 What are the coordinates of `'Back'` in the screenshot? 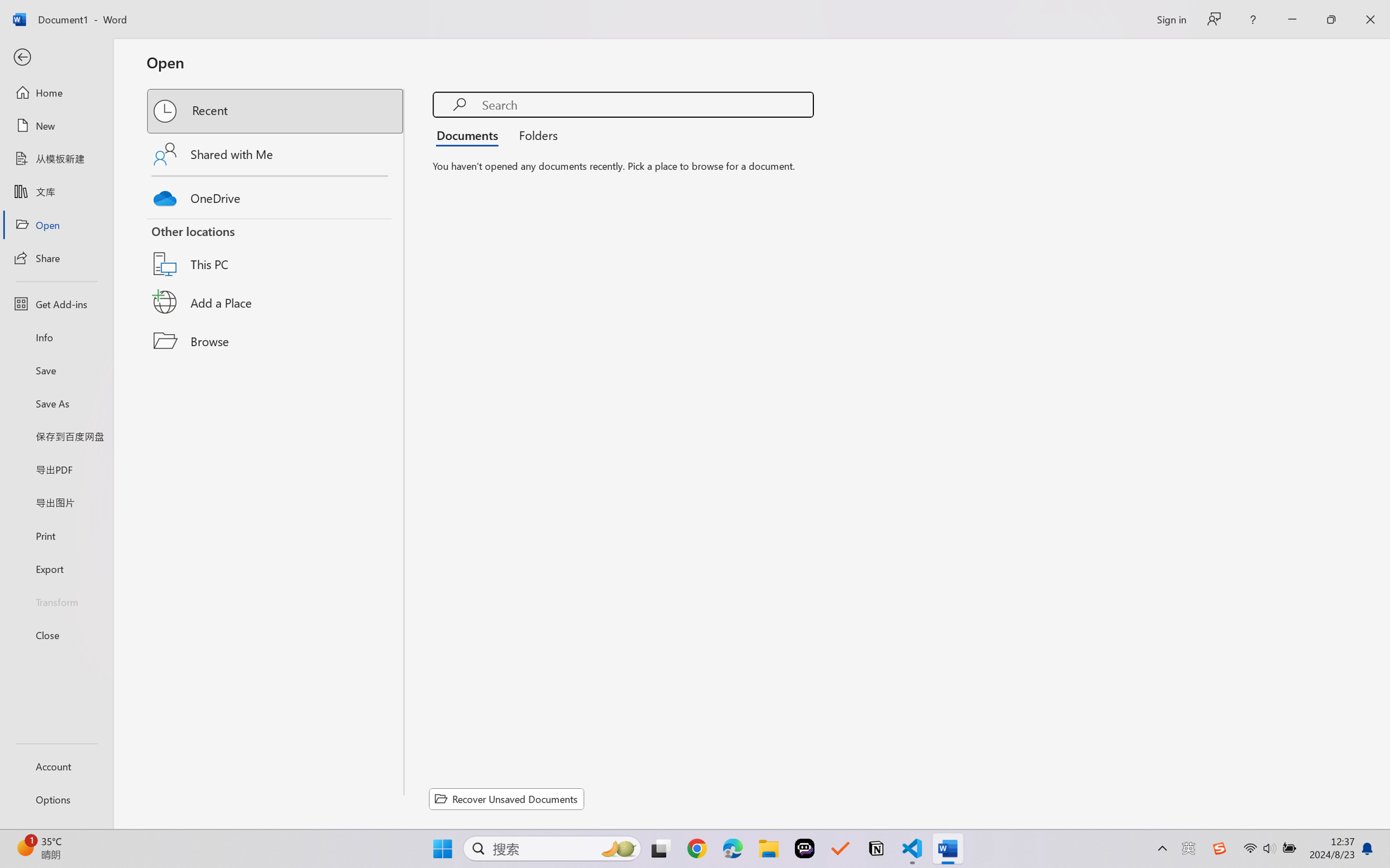 It's located at (56, 57).